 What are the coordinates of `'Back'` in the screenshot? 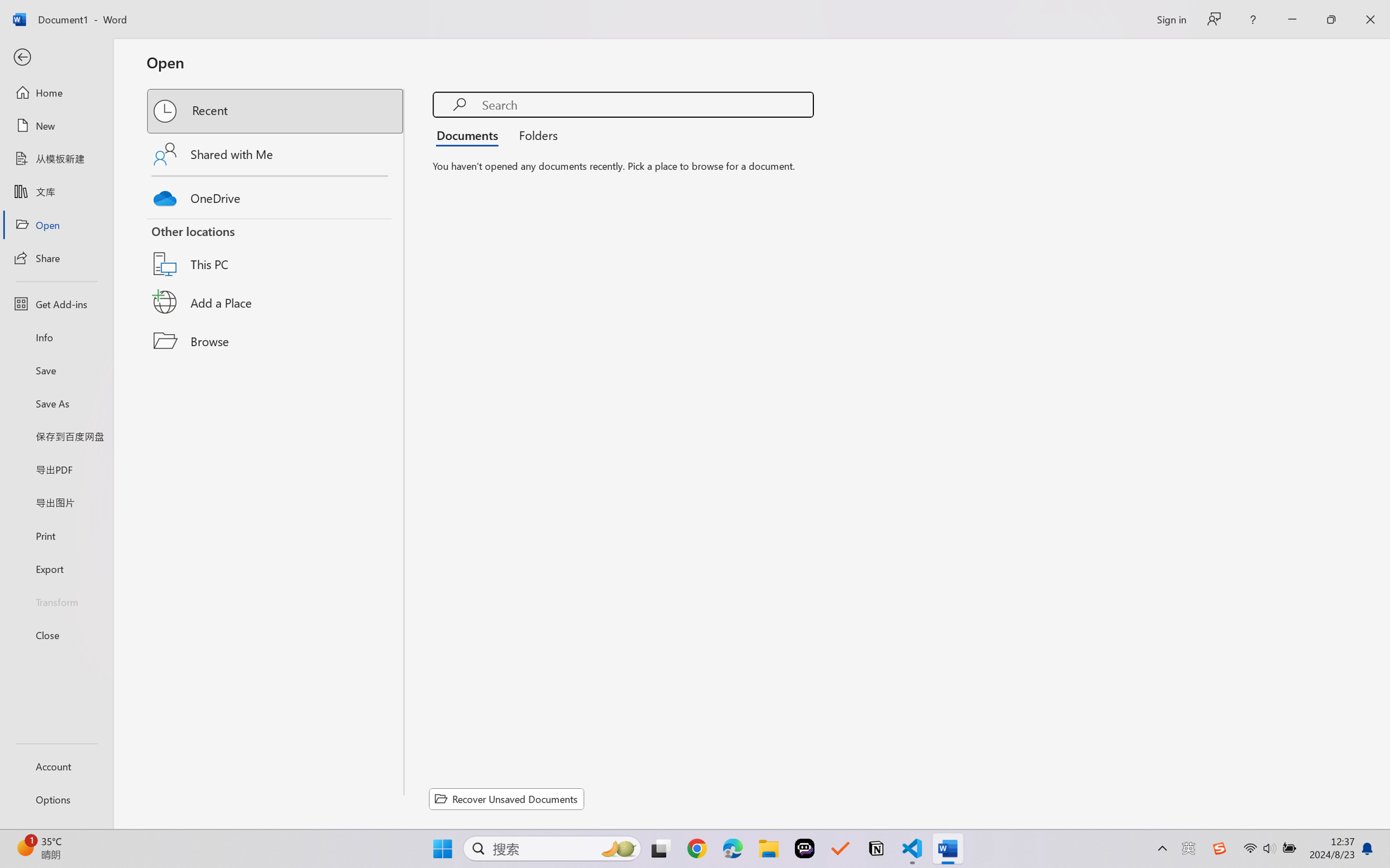 It's located at (56, 57).